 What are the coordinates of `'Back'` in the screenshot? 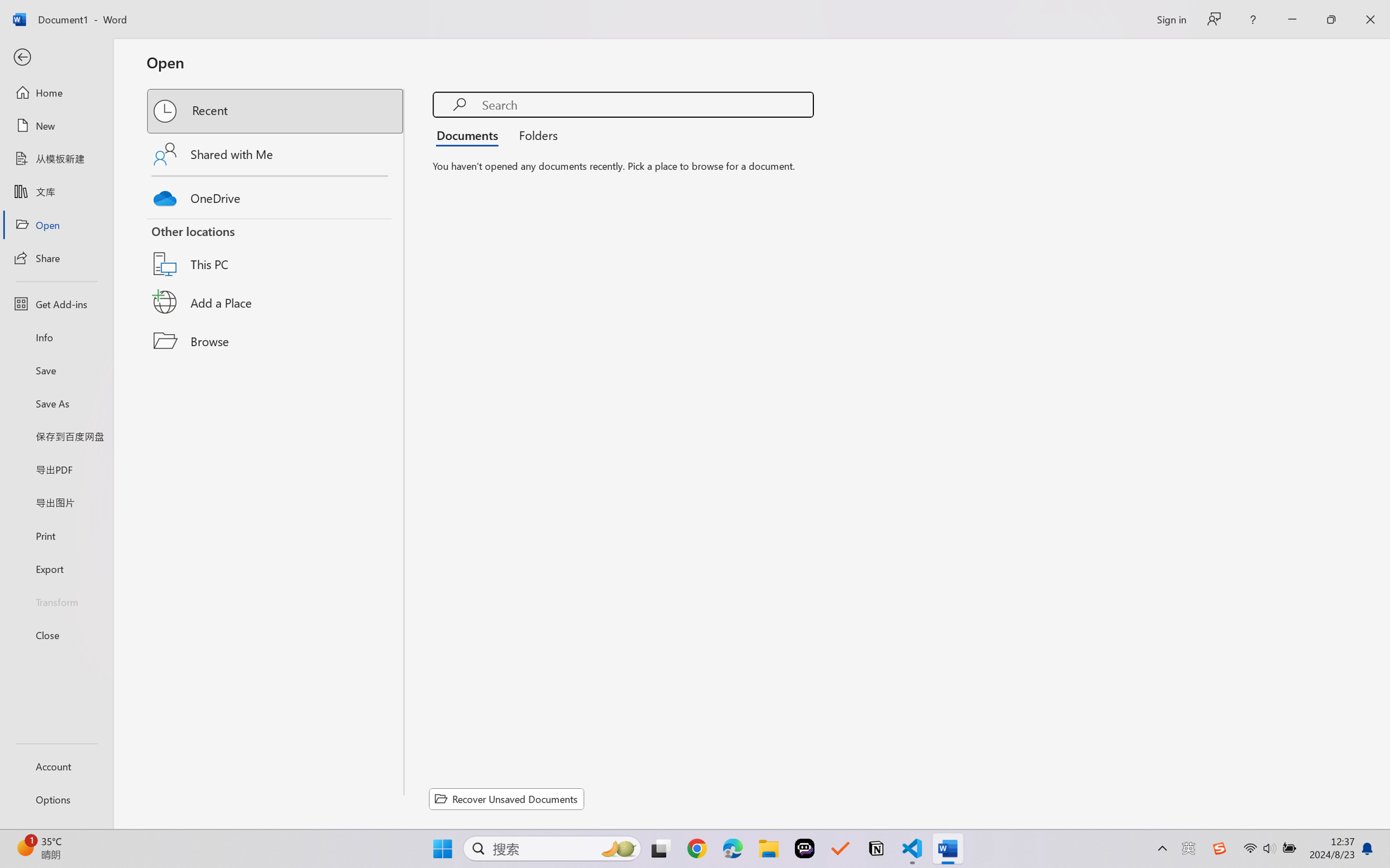 It's located at (56, 57).